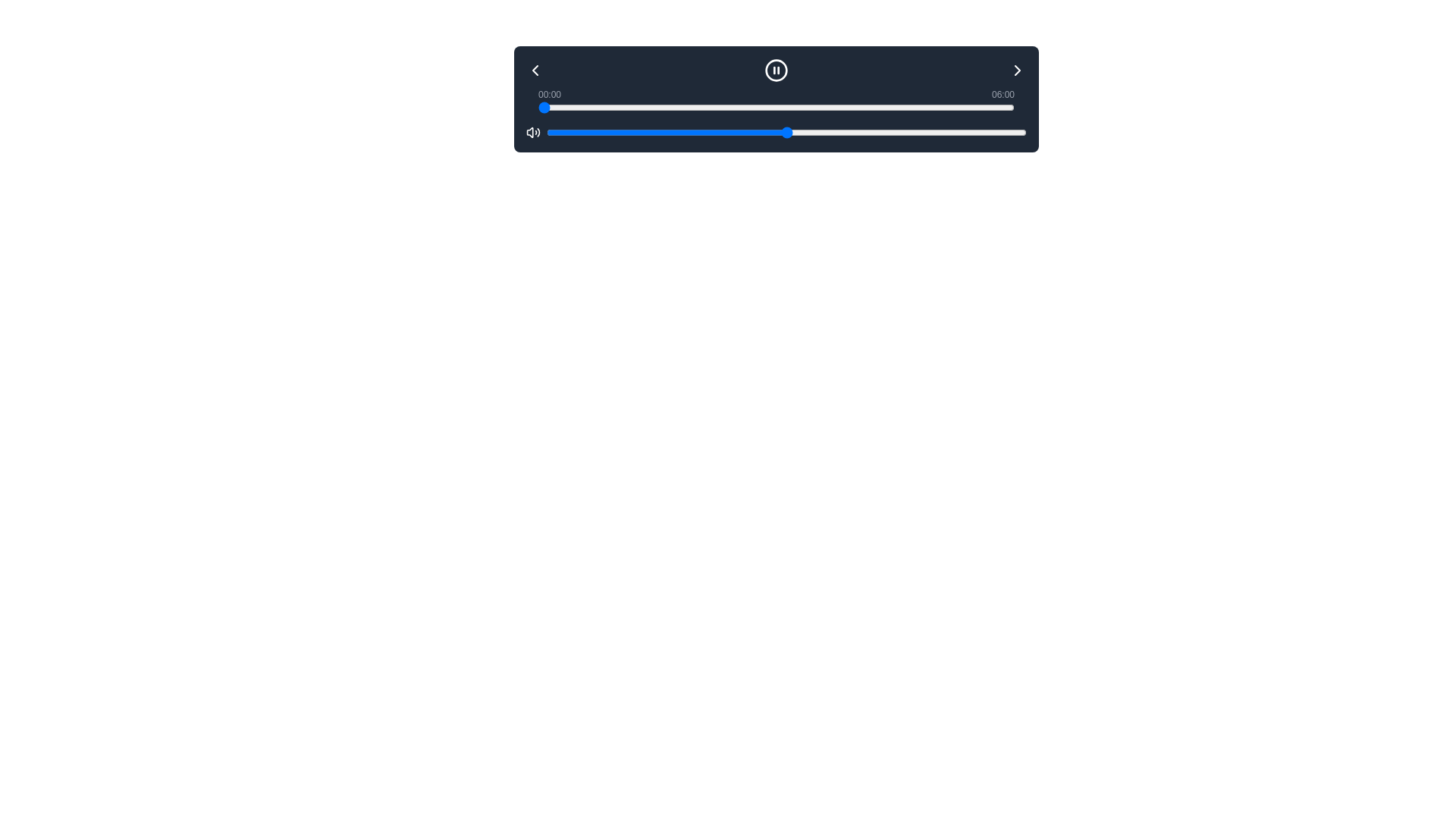 This screenshot has width=1456, height=819. Describe the element at coordinates (873, 131) in the screenshot. I see `volume` at that location.